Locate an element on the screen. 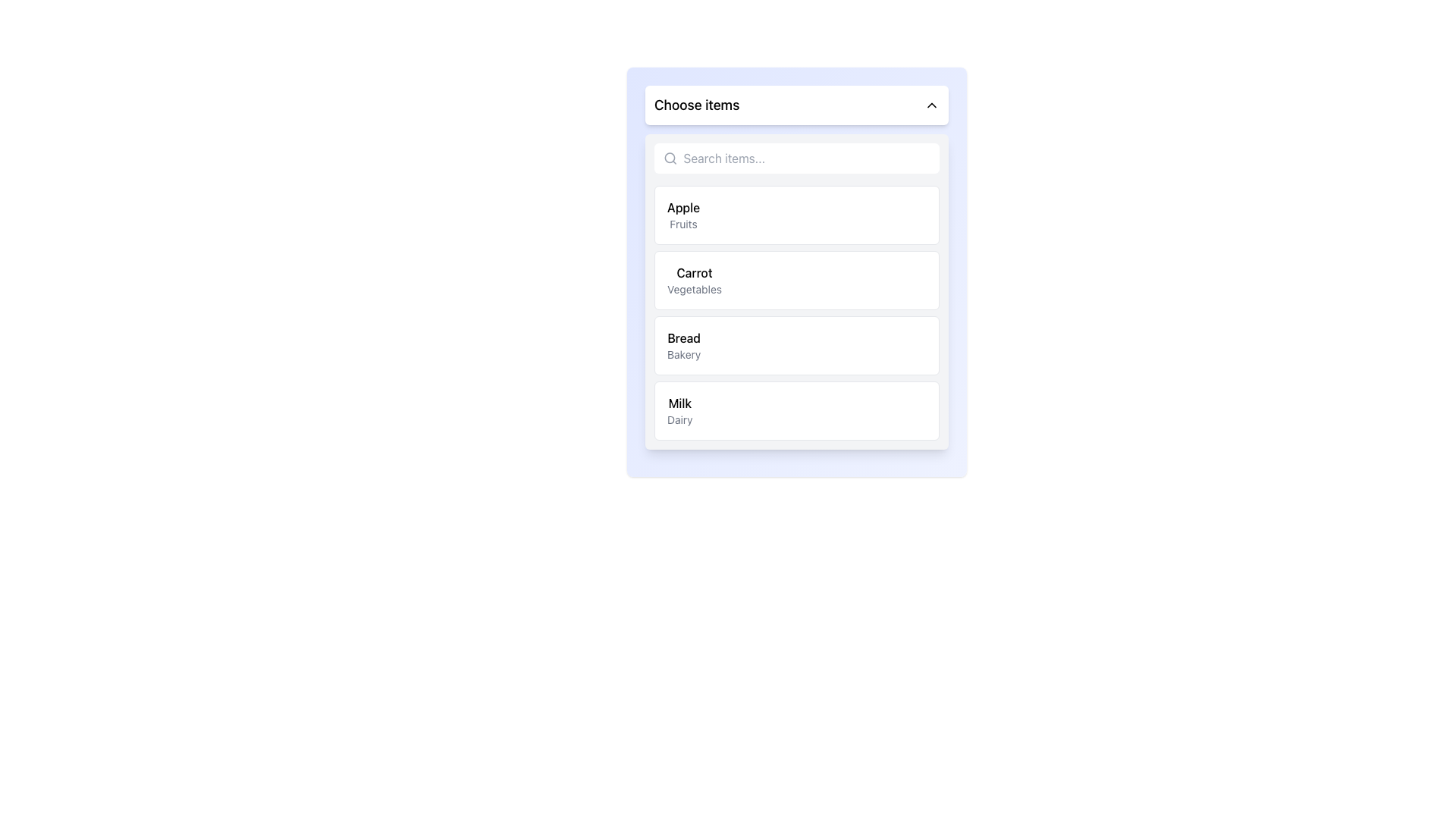  the descriptive text label located below the 'Carrot' text in the vegetable category is located at coordinates (694, 289).